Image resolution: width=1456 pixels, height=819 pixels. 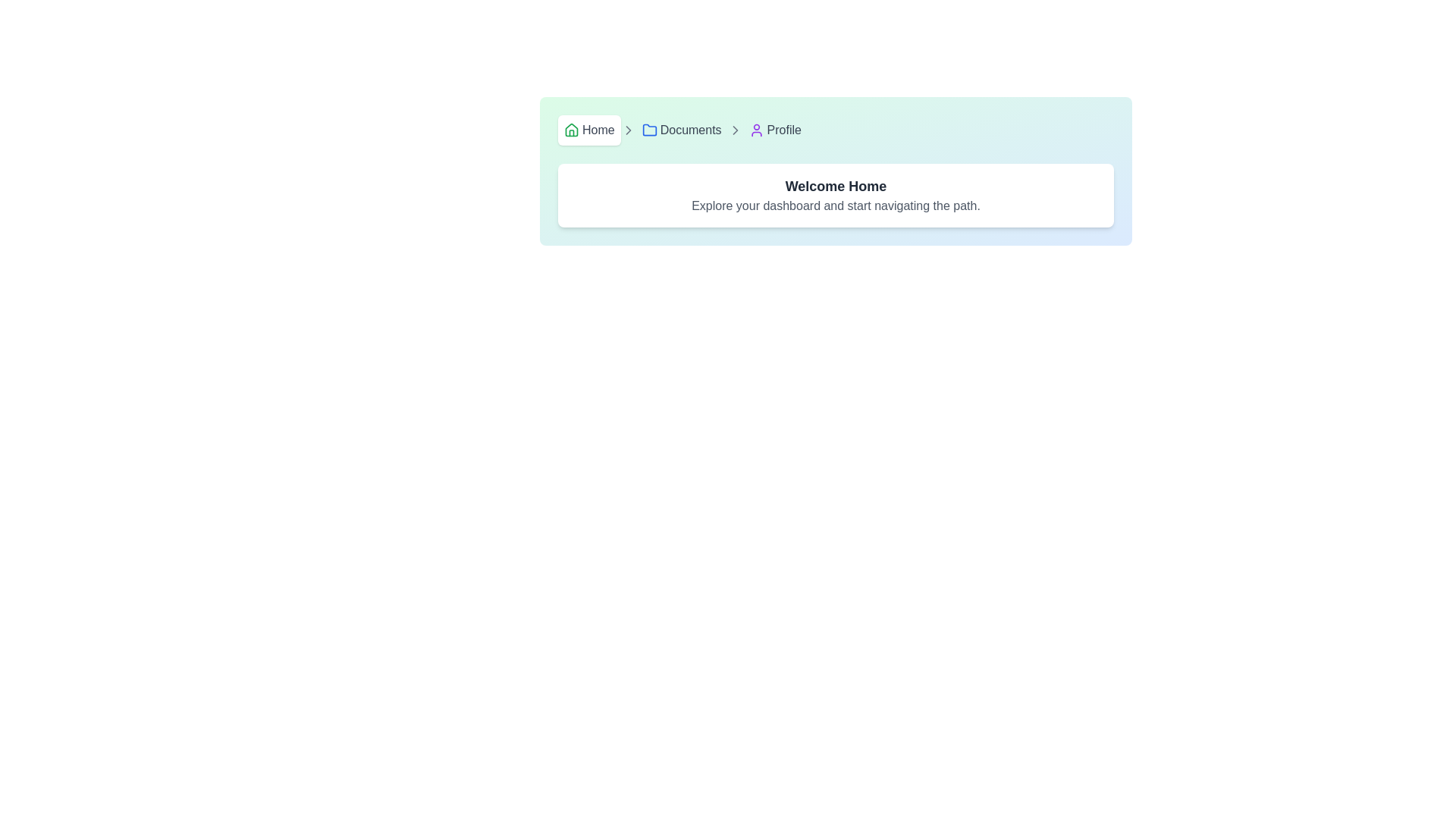 I want to click on the navigational button in the breadcrumb navigation bar that leads to the 'Documents' section of the application, so click(x=680, y=130).